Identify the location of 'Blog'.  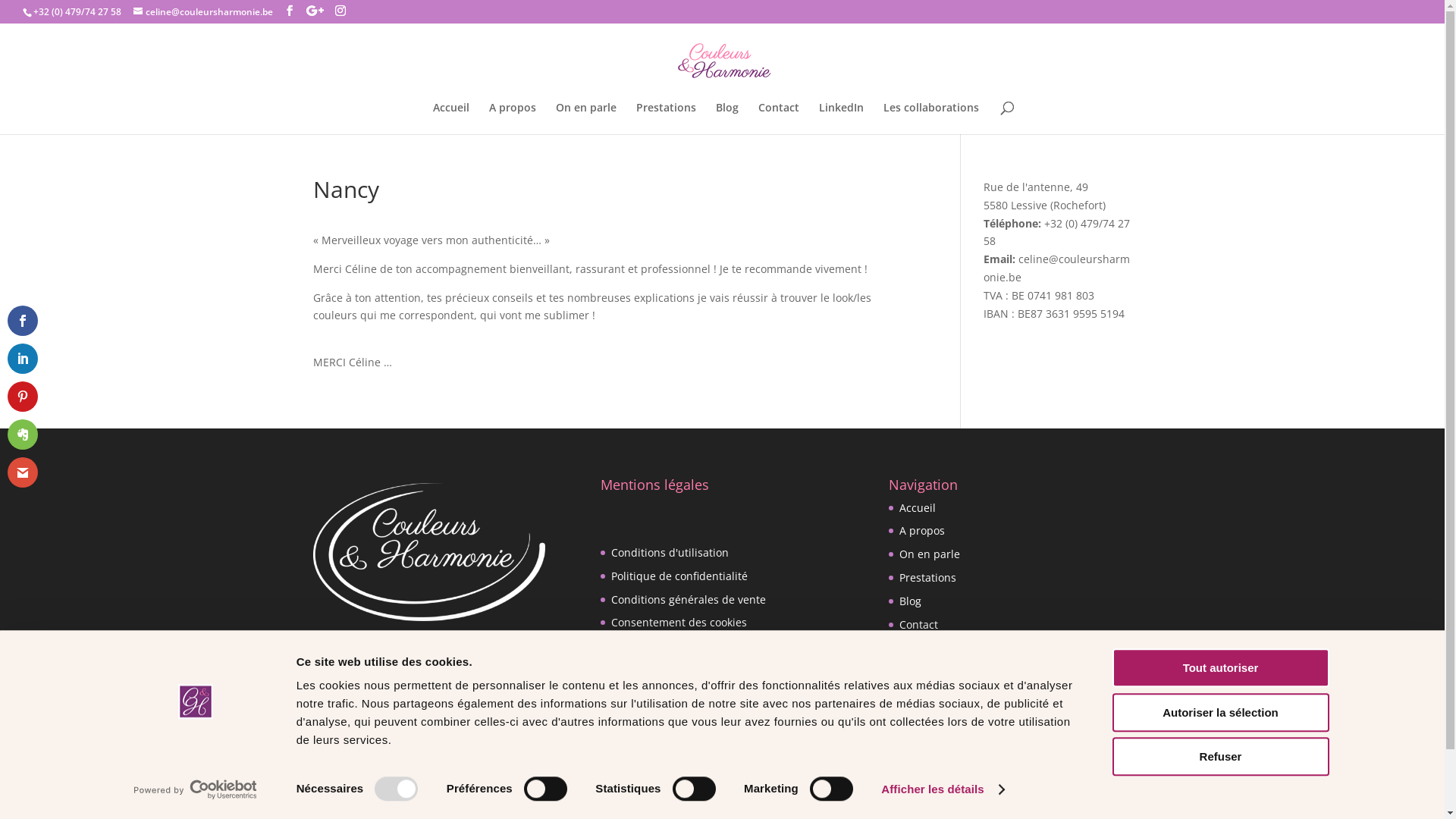
(899, 600).